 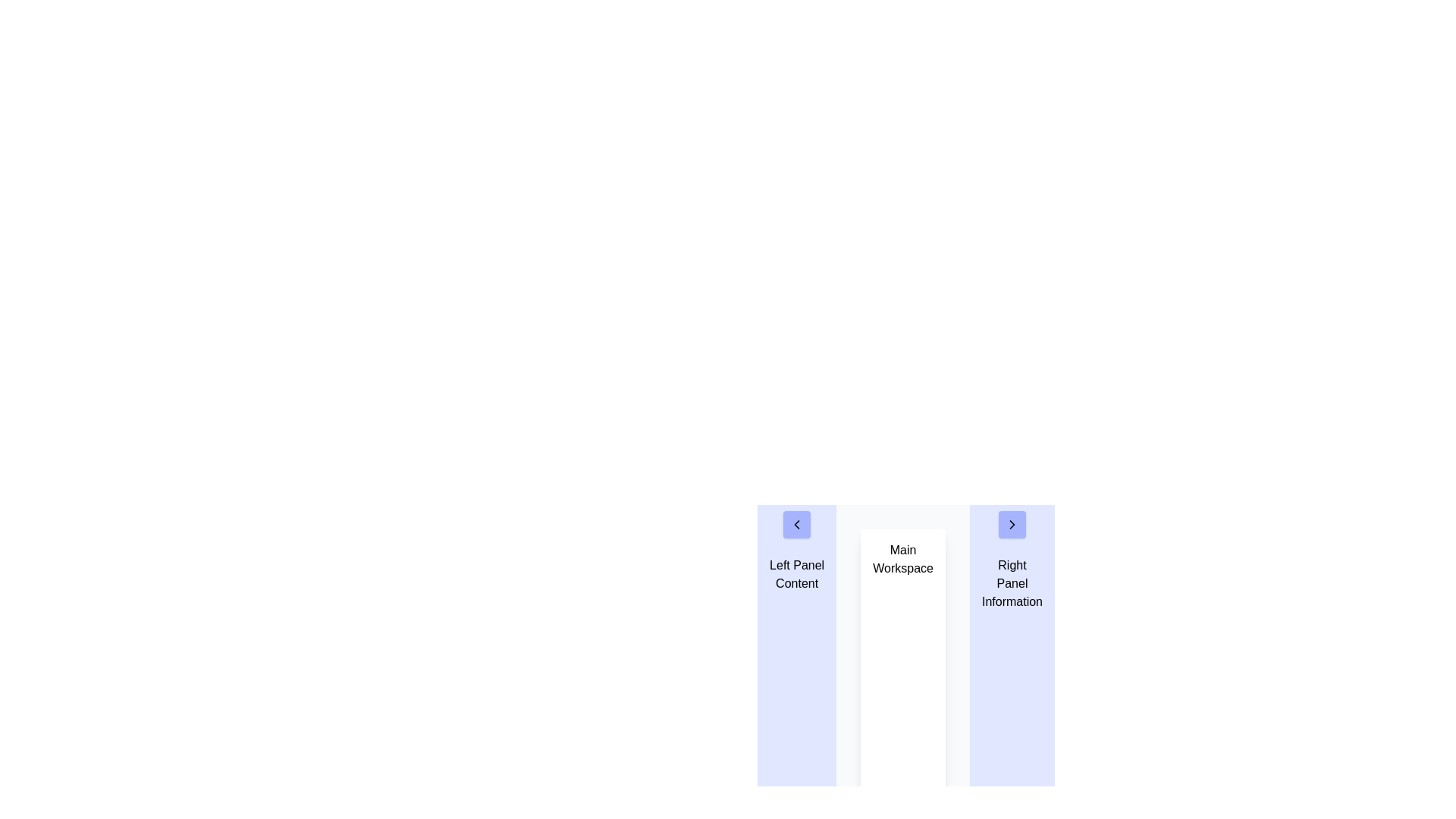 I want to click on the navigation icon located at the top-left corner of the application layout, so click(x=796, y=523).